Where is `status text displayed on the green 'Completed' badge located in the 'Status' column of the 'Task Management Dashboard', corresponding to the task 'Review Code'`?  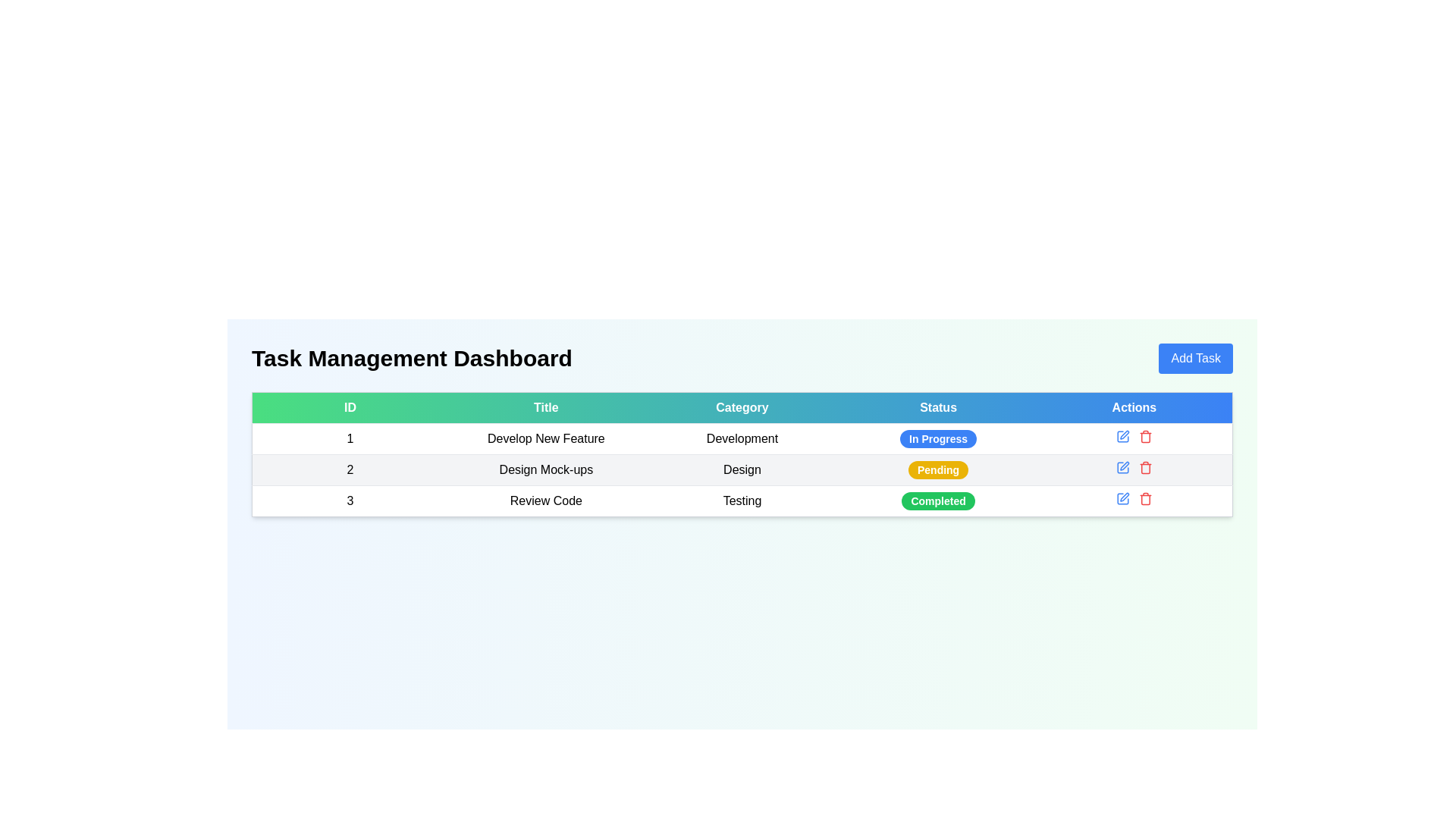 status text displayed on the green 'Completed' badge located in the 'Status' column of the 'Task Management Dashboard', corresponding to the task 'Review Code' is located at coordinates (937, 500).